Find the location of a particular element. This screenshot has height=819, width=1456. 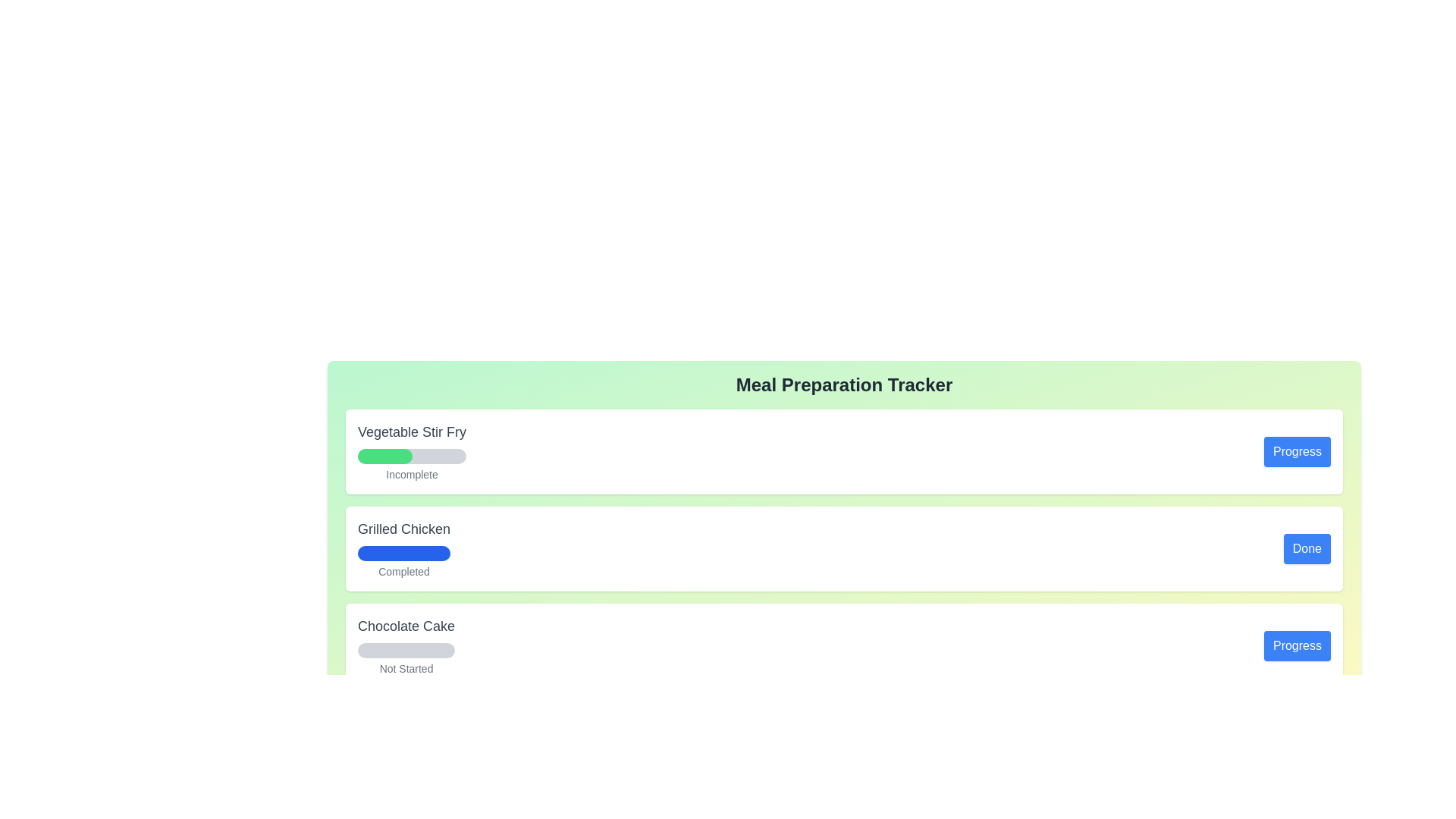

the static text component that identifies the 'Grilled Chicken' task, which is positioned at the center of its card above the progress bar is located at coordinates (403, 529).